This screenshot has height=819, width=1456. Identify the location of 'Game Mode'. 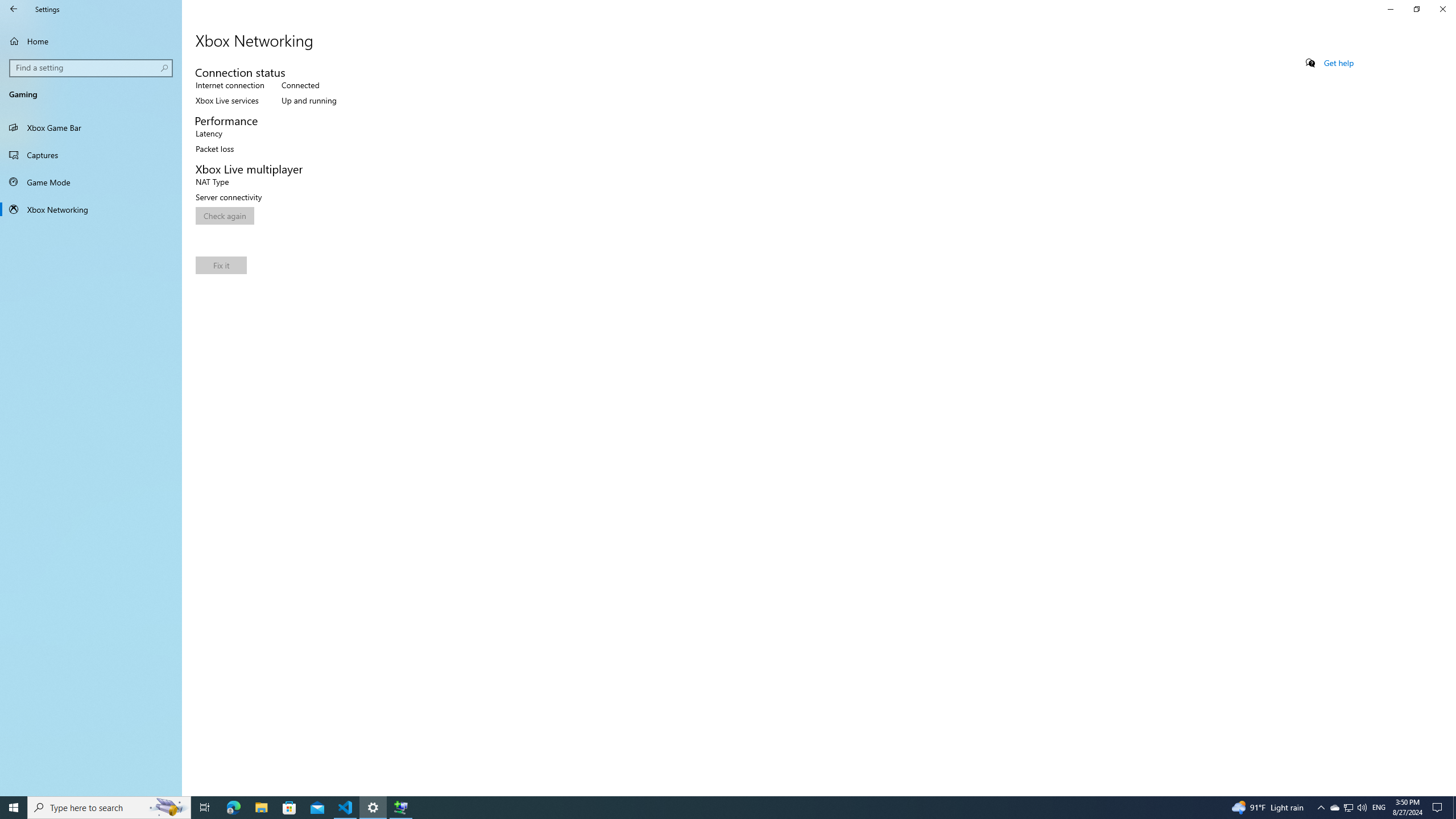
(90, 181).